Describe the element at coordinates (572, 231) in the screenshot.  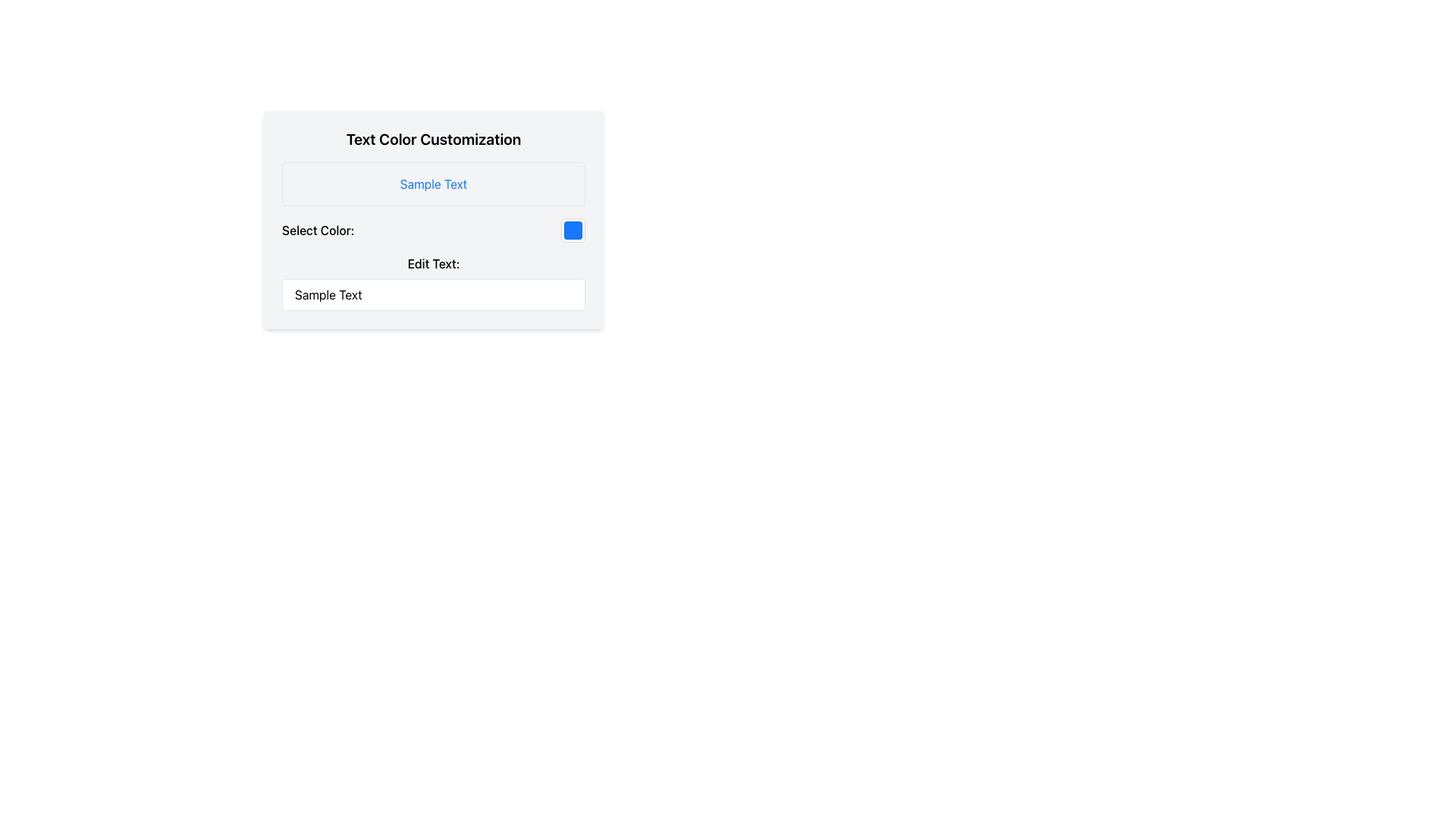
I see `the Color preview swatch located to the right of the 'Select Color:' label` at that location.